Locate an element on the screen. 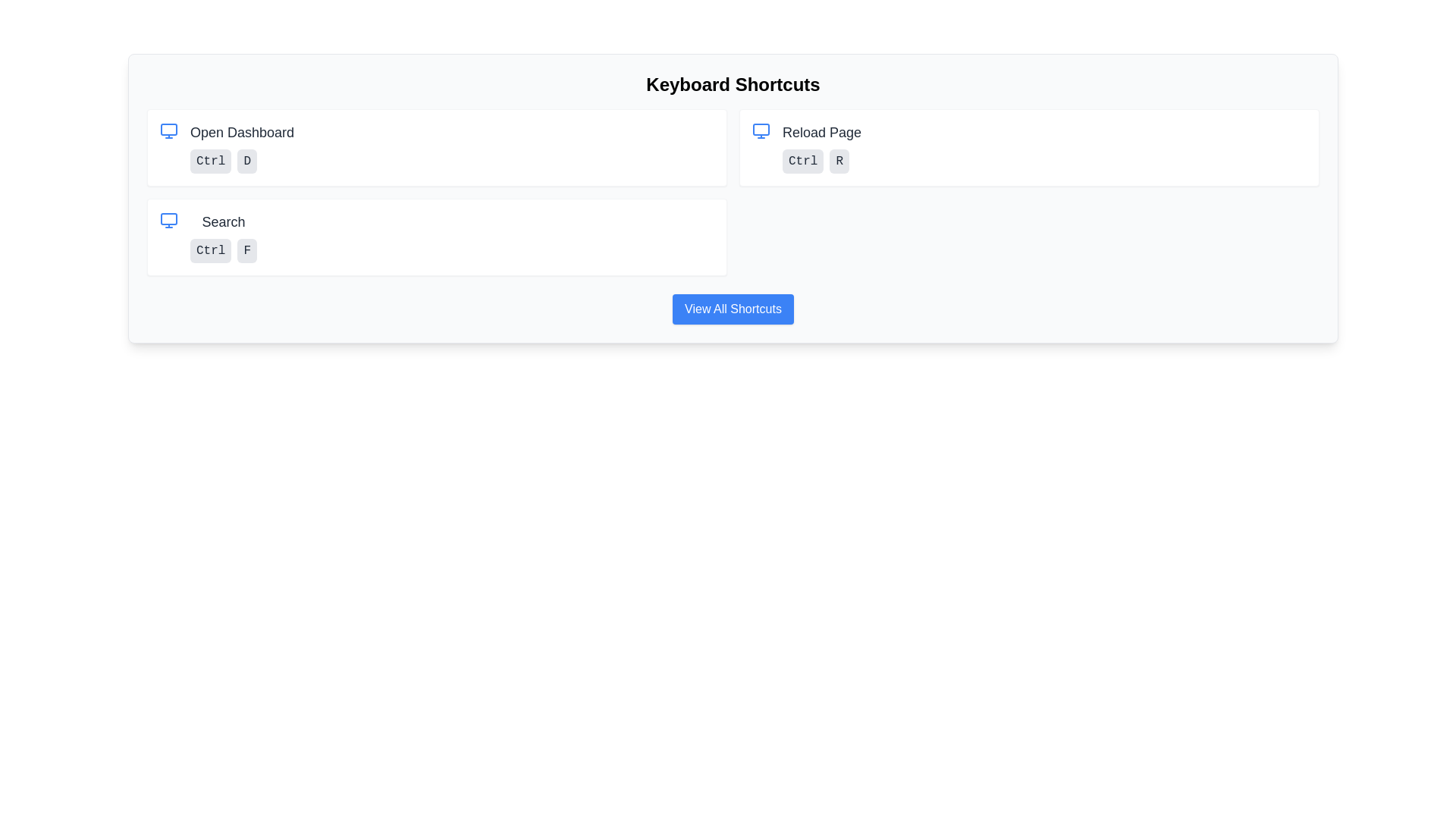  the 'View All Shortcuts' button, which is a rectangular button with rounded corners and a blue background located at the bottom of the 'Keyboard Shortcuts' section is located at coordinates (733, 309).